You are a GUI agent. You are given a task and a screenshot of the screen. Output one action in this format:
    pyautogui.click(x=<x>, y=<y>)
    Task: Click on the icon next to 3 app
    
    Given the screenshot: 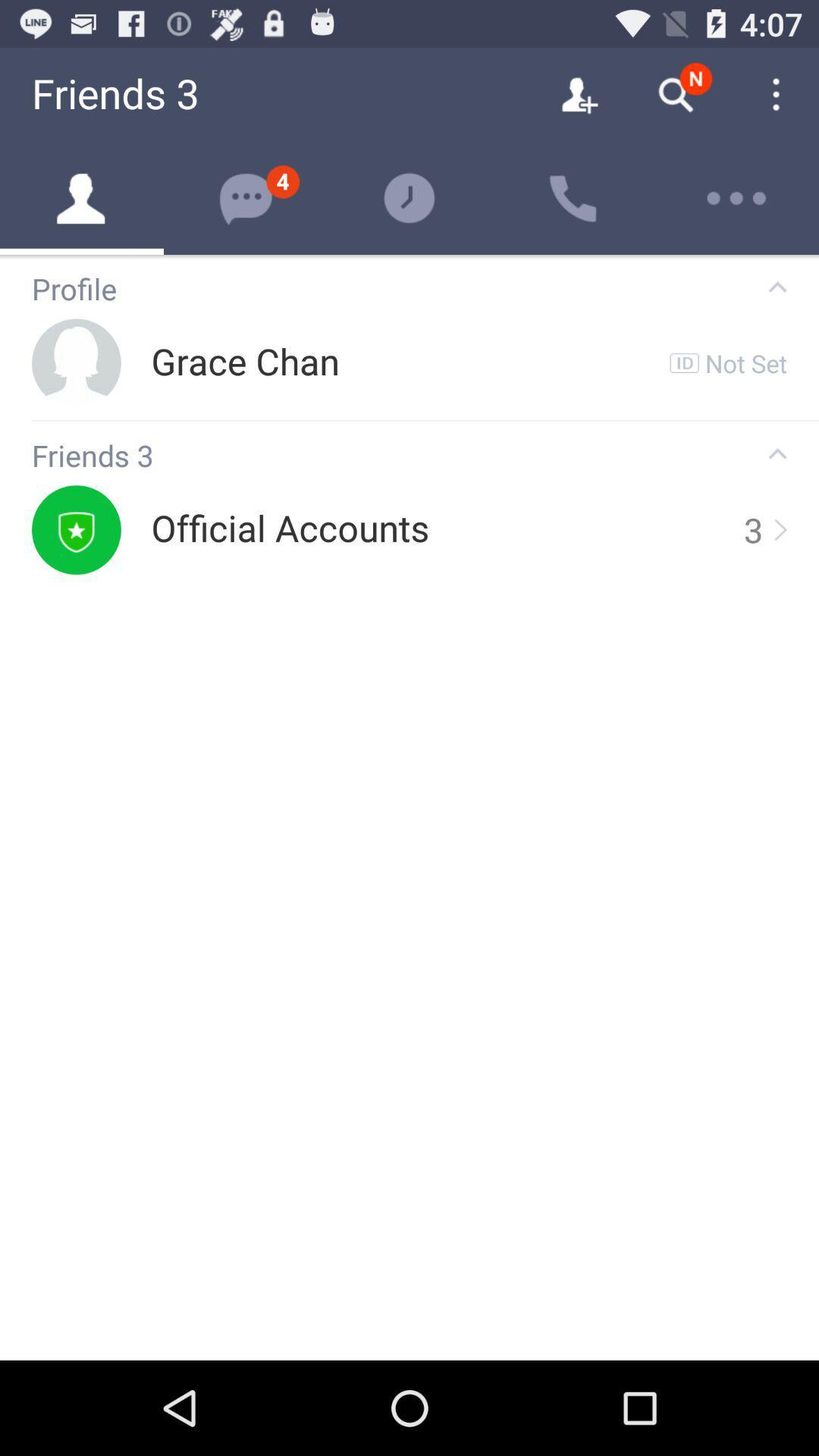 What is the action you would take?
    pyautogui.click(x=290, y=529)
    